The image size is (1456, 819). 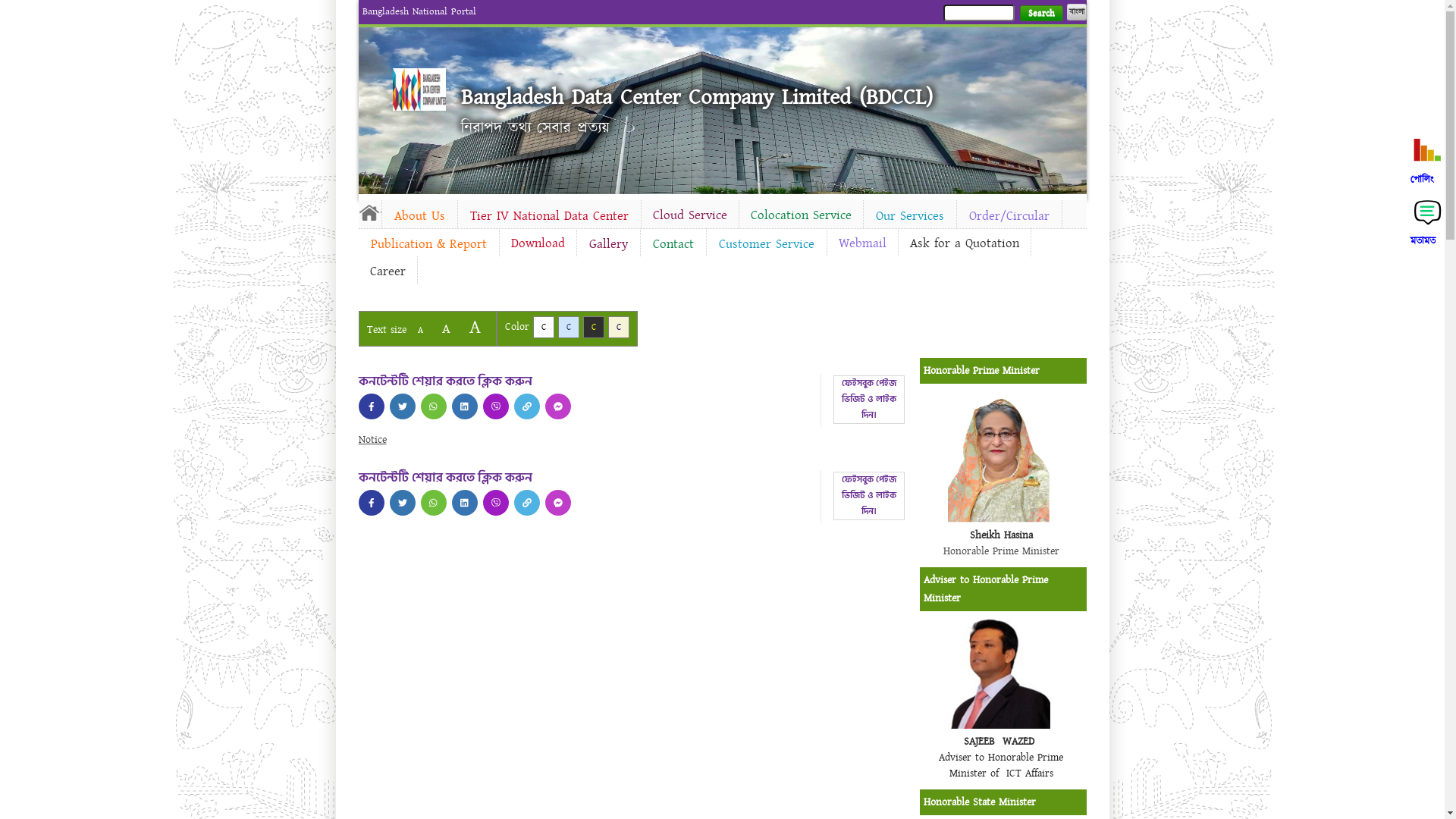 I want to click on 'Search', so click(x=1040, y=13).